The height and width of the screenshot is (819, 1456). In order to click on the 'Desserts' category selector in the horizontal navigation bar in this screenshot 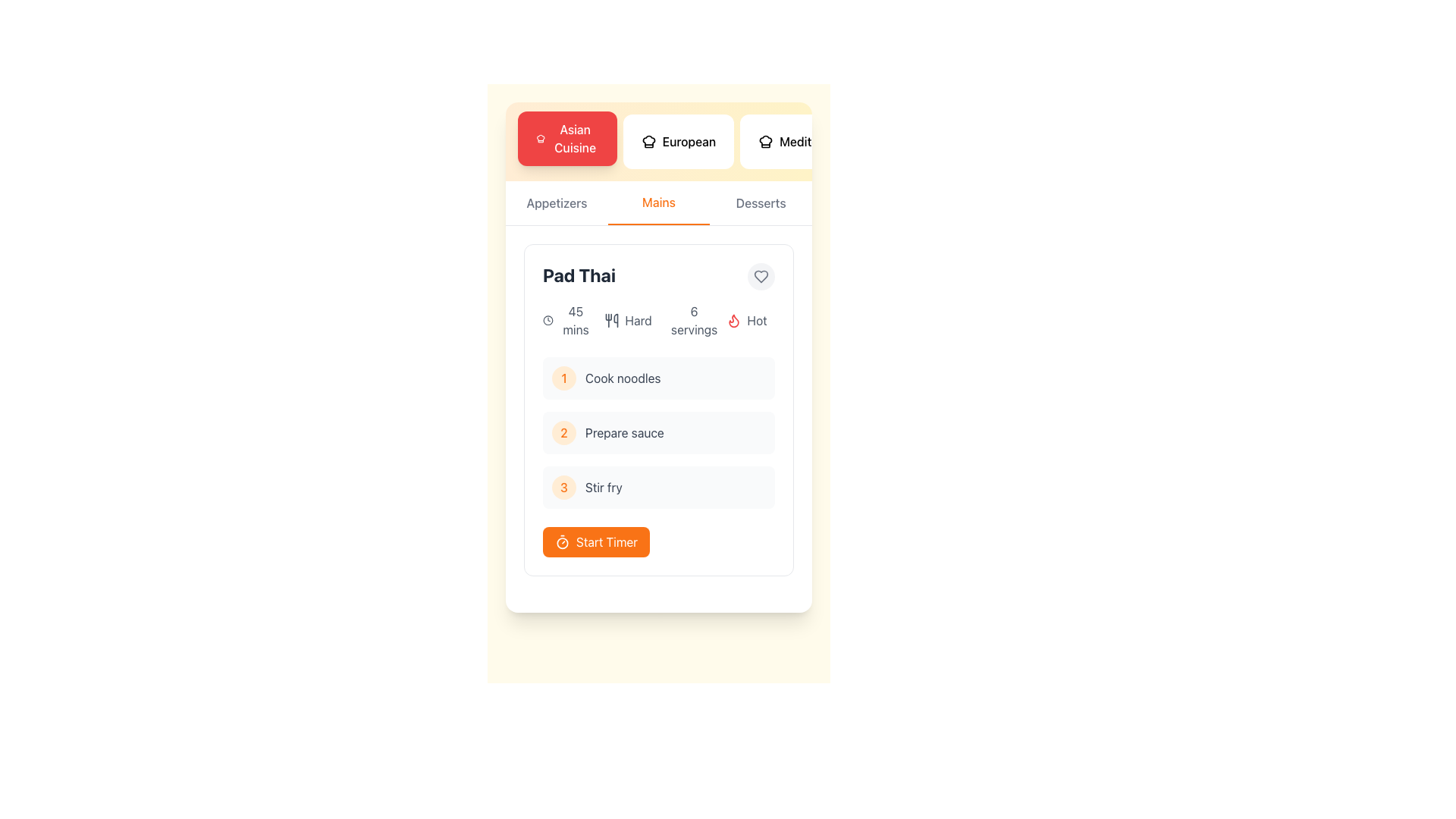, I will do `click(761, 202)`.